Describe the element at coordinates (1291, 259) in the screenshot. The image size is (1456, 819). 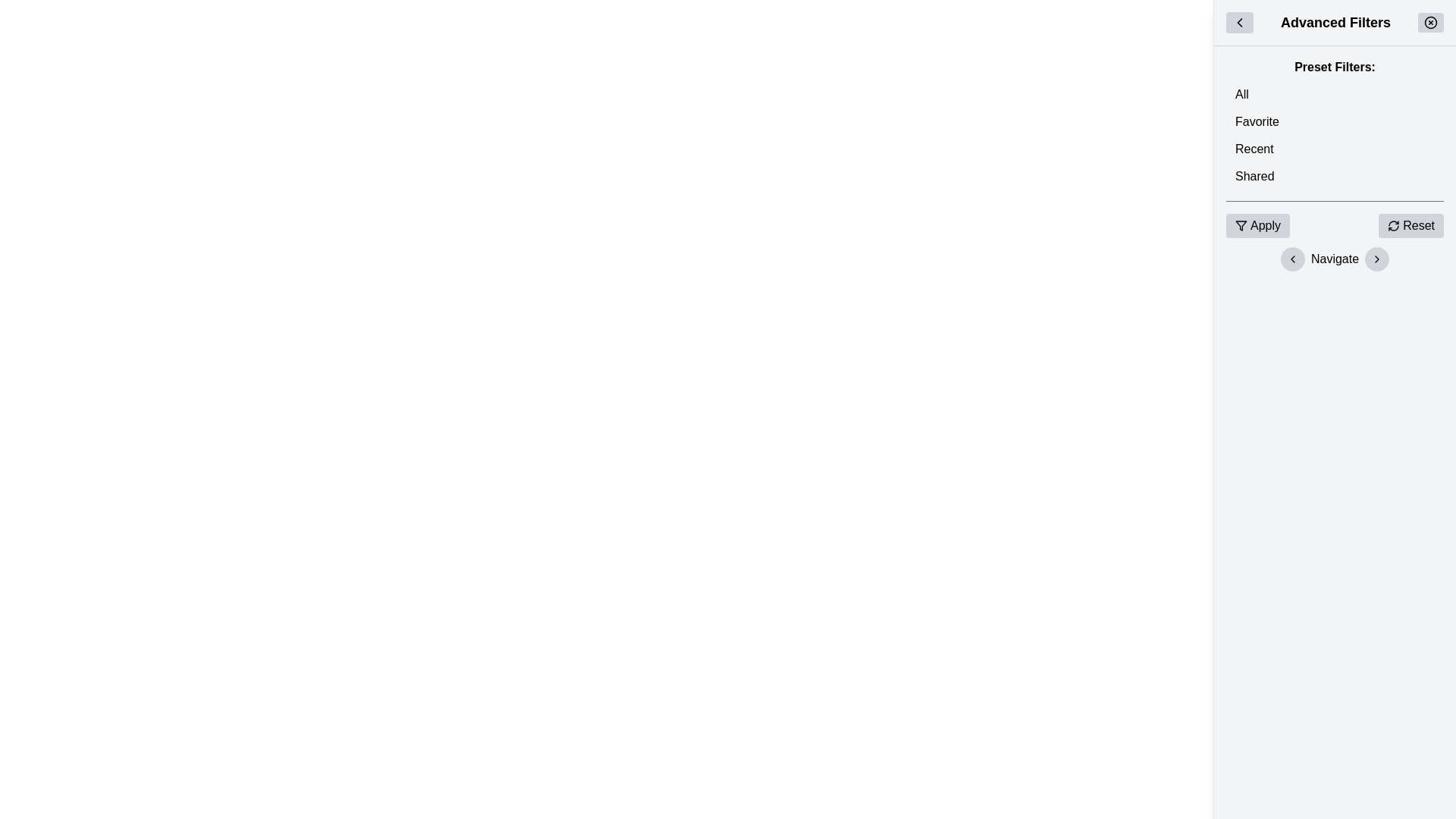
I see `the left-facing chevron icon button located near the top-right area of the pane, specifically on the left side of the 'Navigate' button` at that location.